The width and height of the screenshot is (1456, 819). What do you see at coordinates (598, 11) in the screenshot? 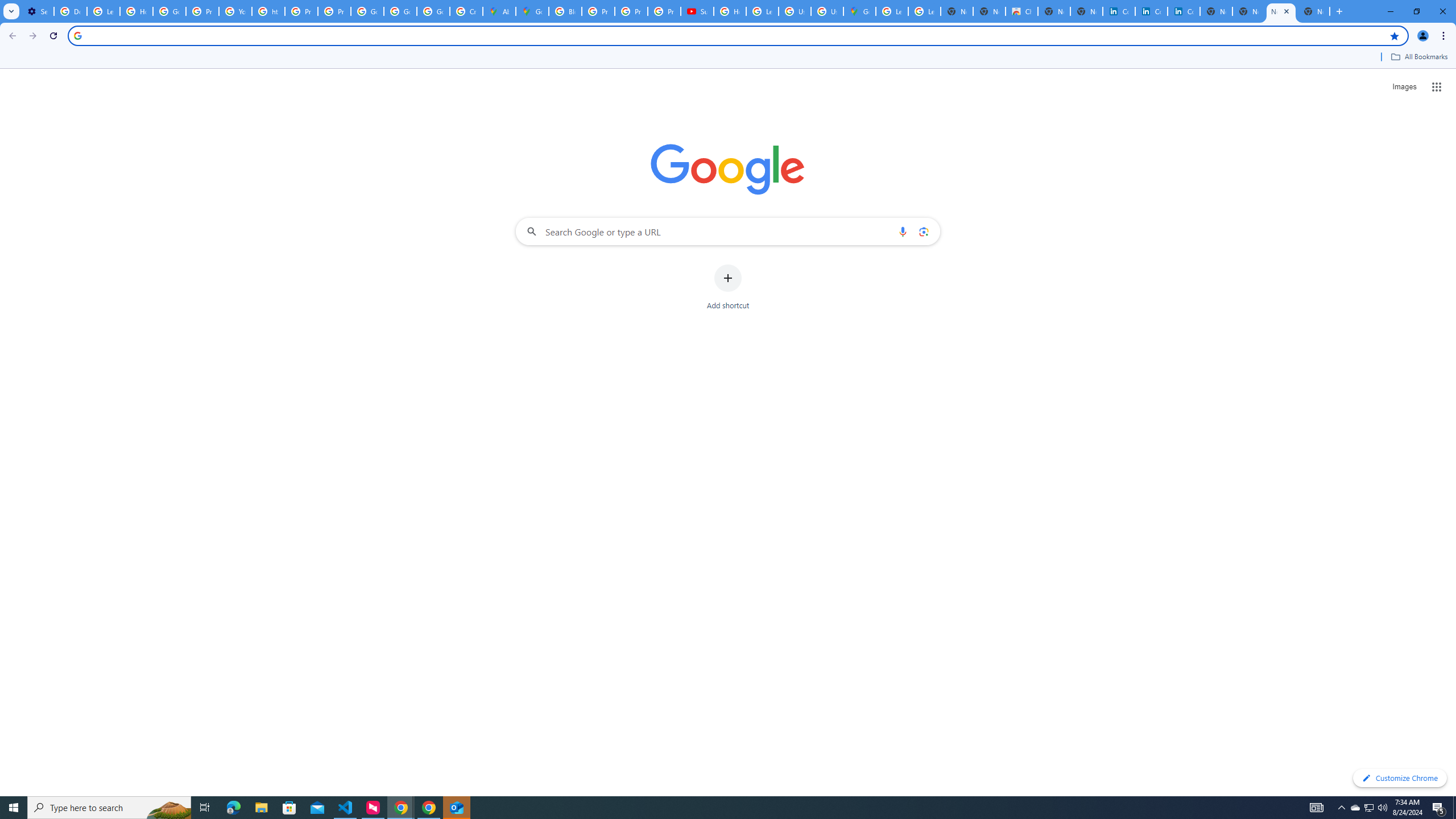
I see `'Privacy Help Center - Policies Help'` at bounding box center [598, 11].